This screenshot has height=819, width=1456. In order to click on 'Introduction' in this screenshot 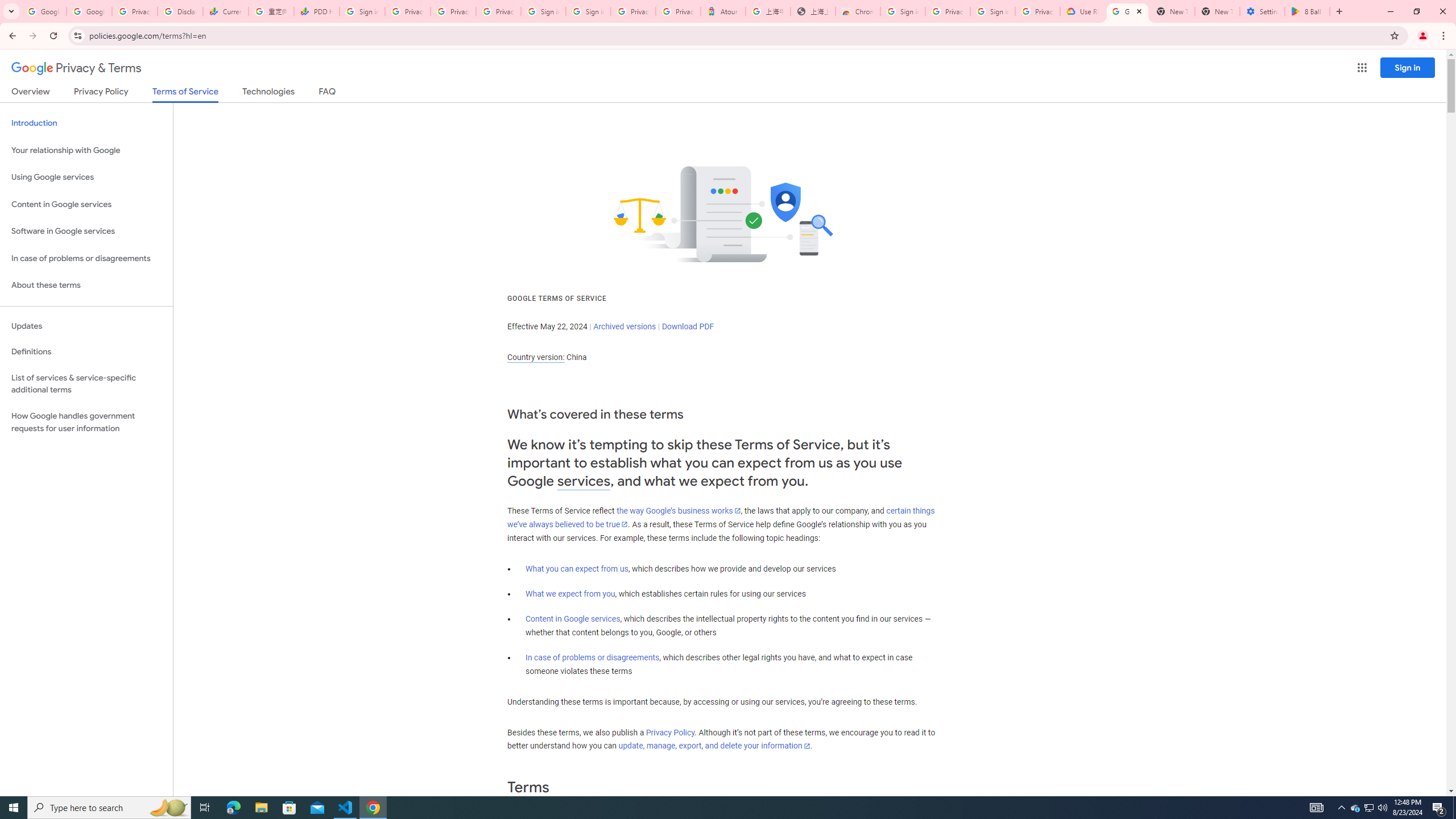, I will do `click(86, 122)`.